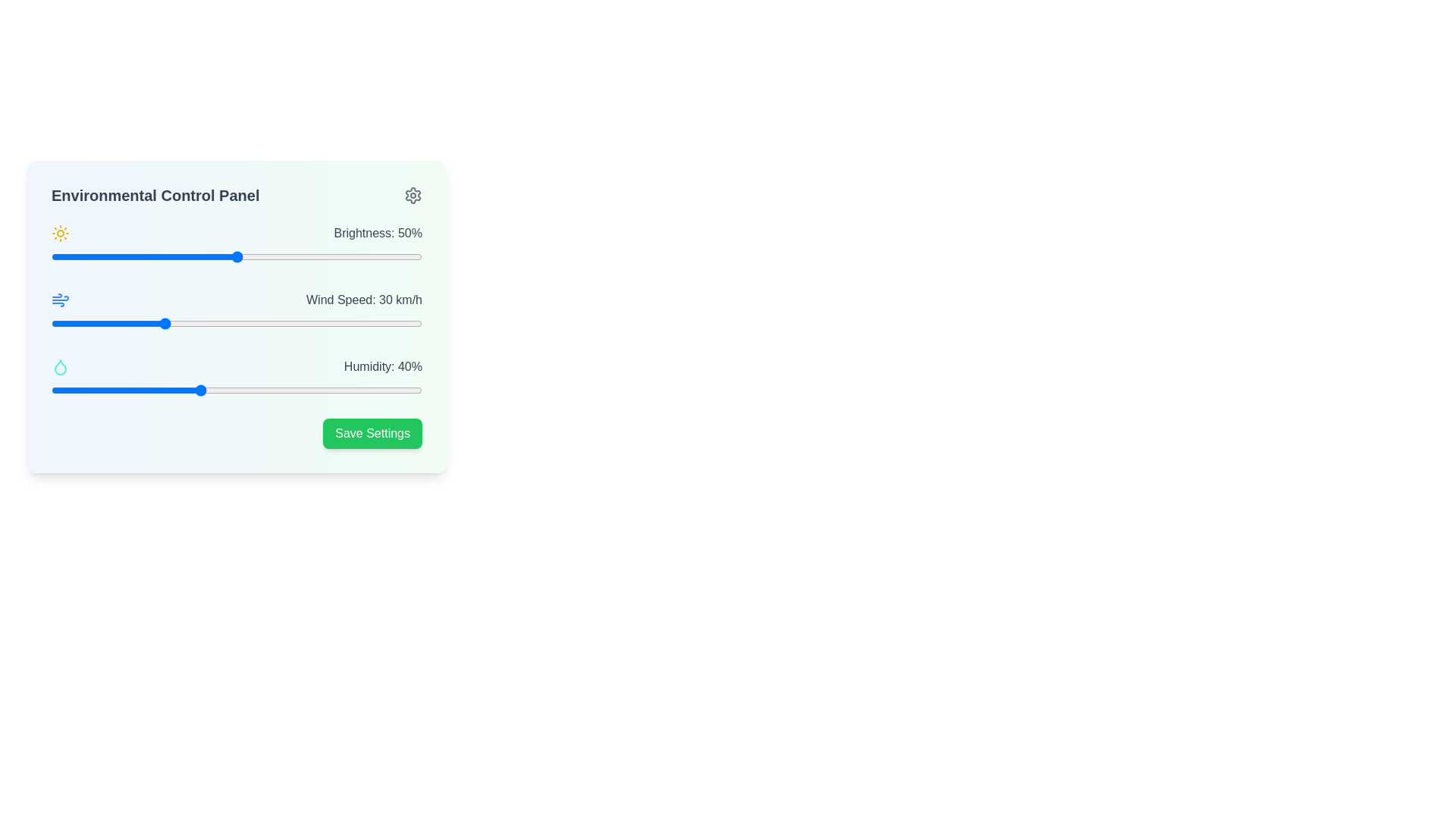  Describe the element at coordinates (51, 390) in the screenshot. I see `humidity` at that location.